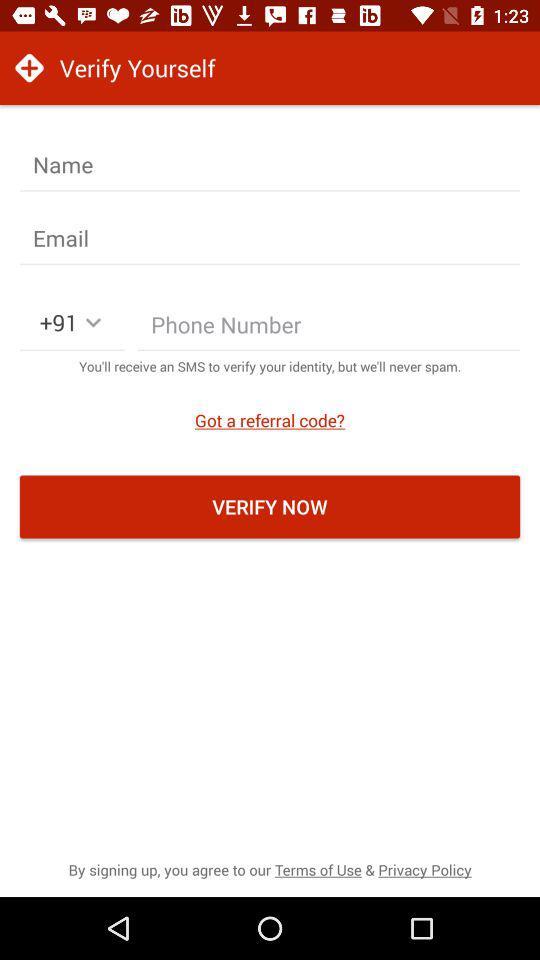 The height and width of the screenshot is (960, 540). I want to click on the item below you ll receive item, so click(270, 419).